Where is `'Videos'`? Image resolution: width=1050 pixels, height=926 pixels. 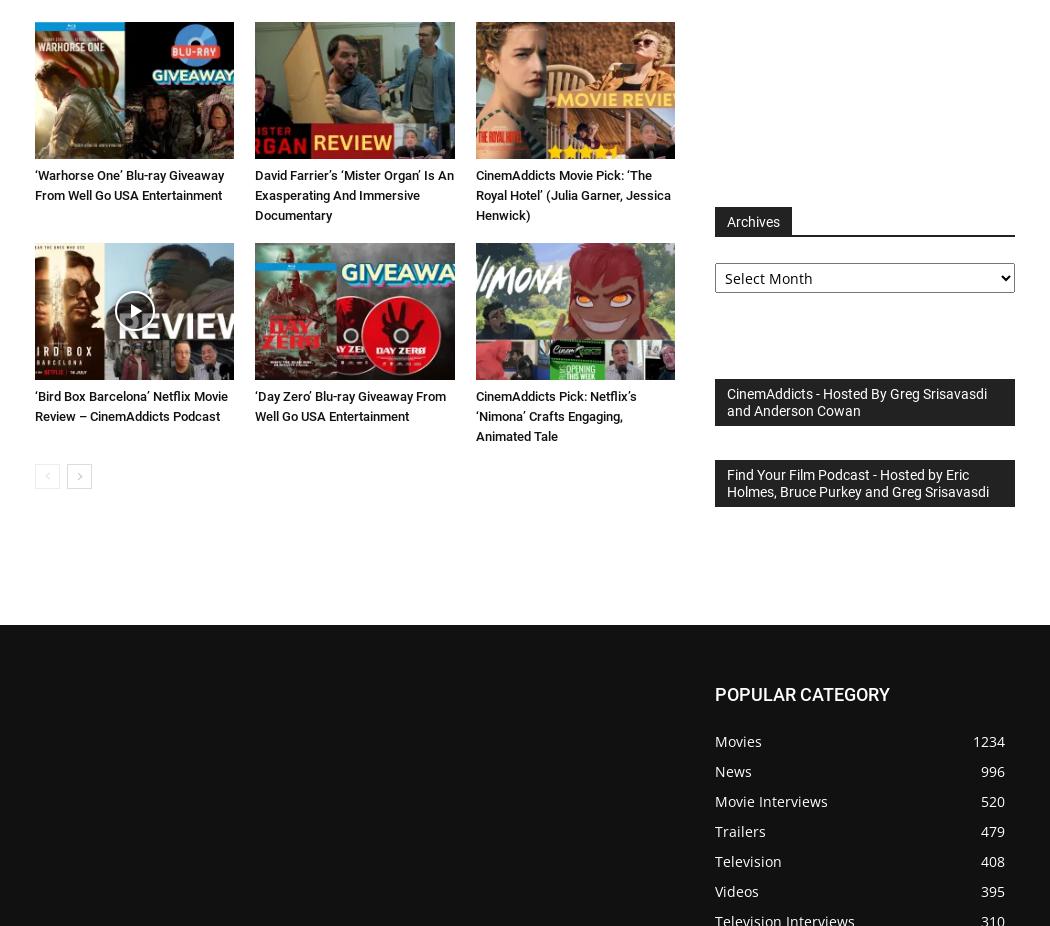
'Videos' is located at coordinates (735, 891).